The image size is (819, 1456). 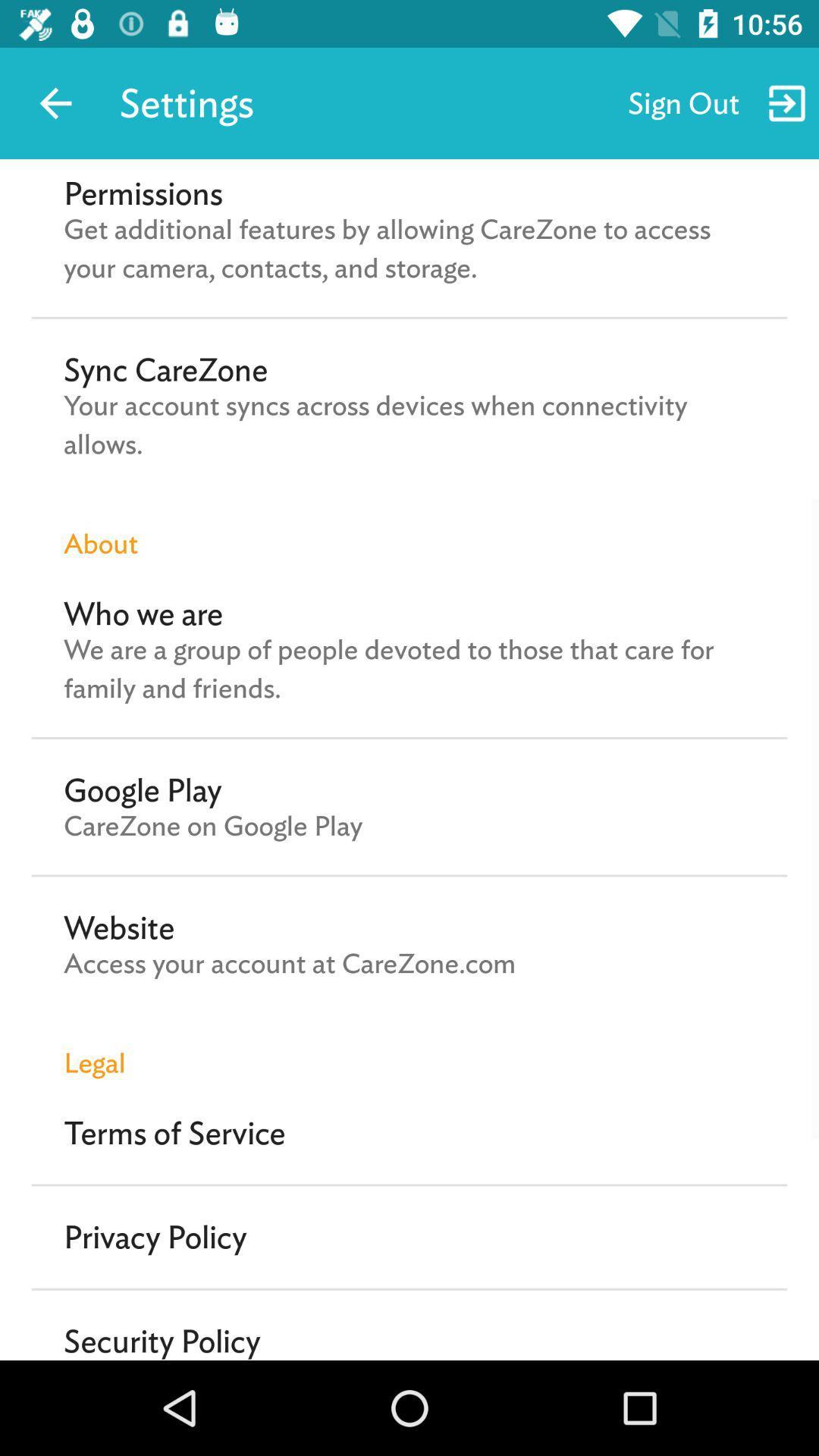 I want to click on icon above website, so click(x=213, y=825).